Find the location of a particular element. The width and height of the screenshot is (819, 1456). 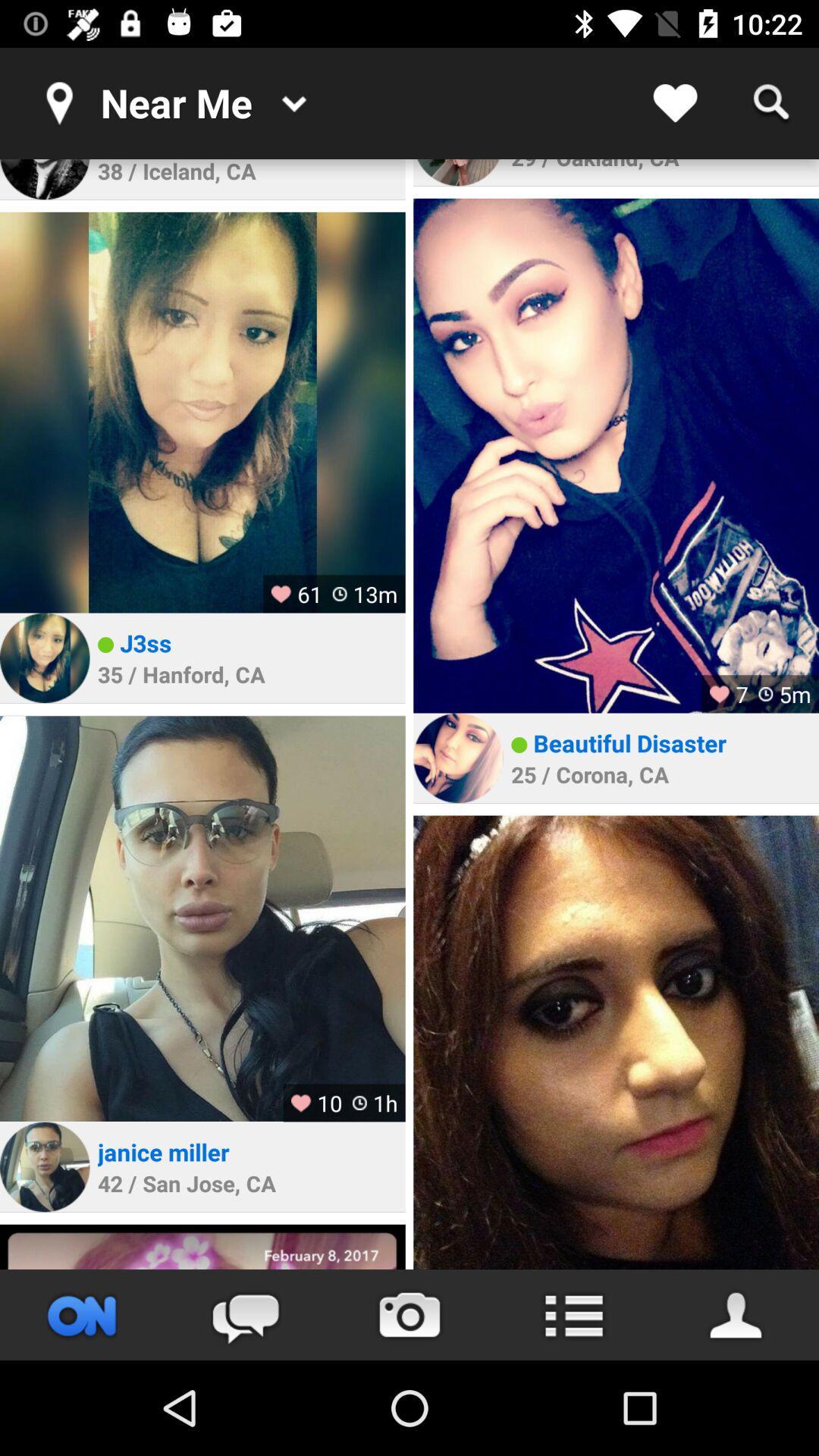

messages is located at coordinates (245, 1314).